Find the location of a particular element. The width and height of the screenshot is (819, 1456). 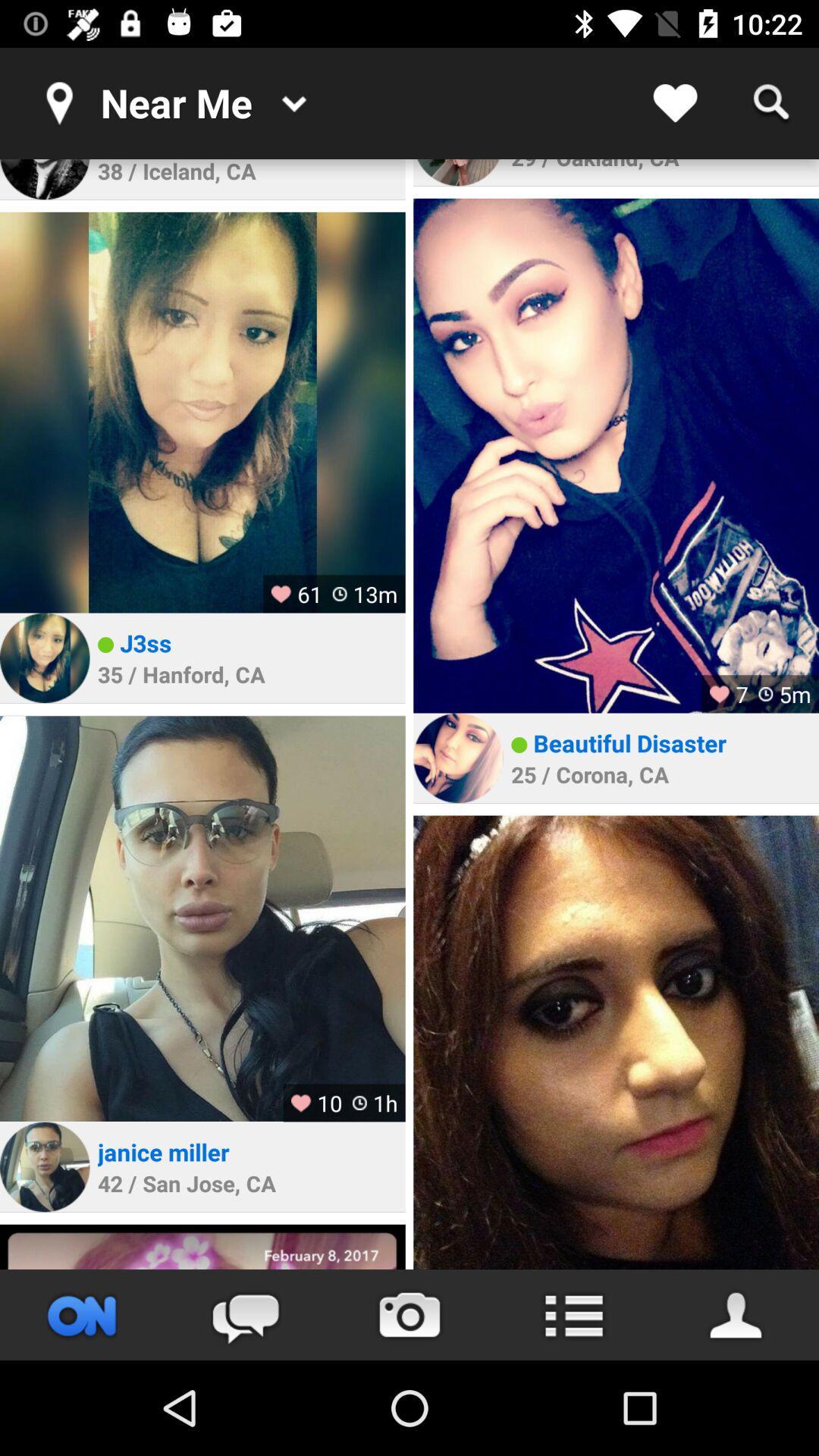

messages is located at coordinates (245, 1314).